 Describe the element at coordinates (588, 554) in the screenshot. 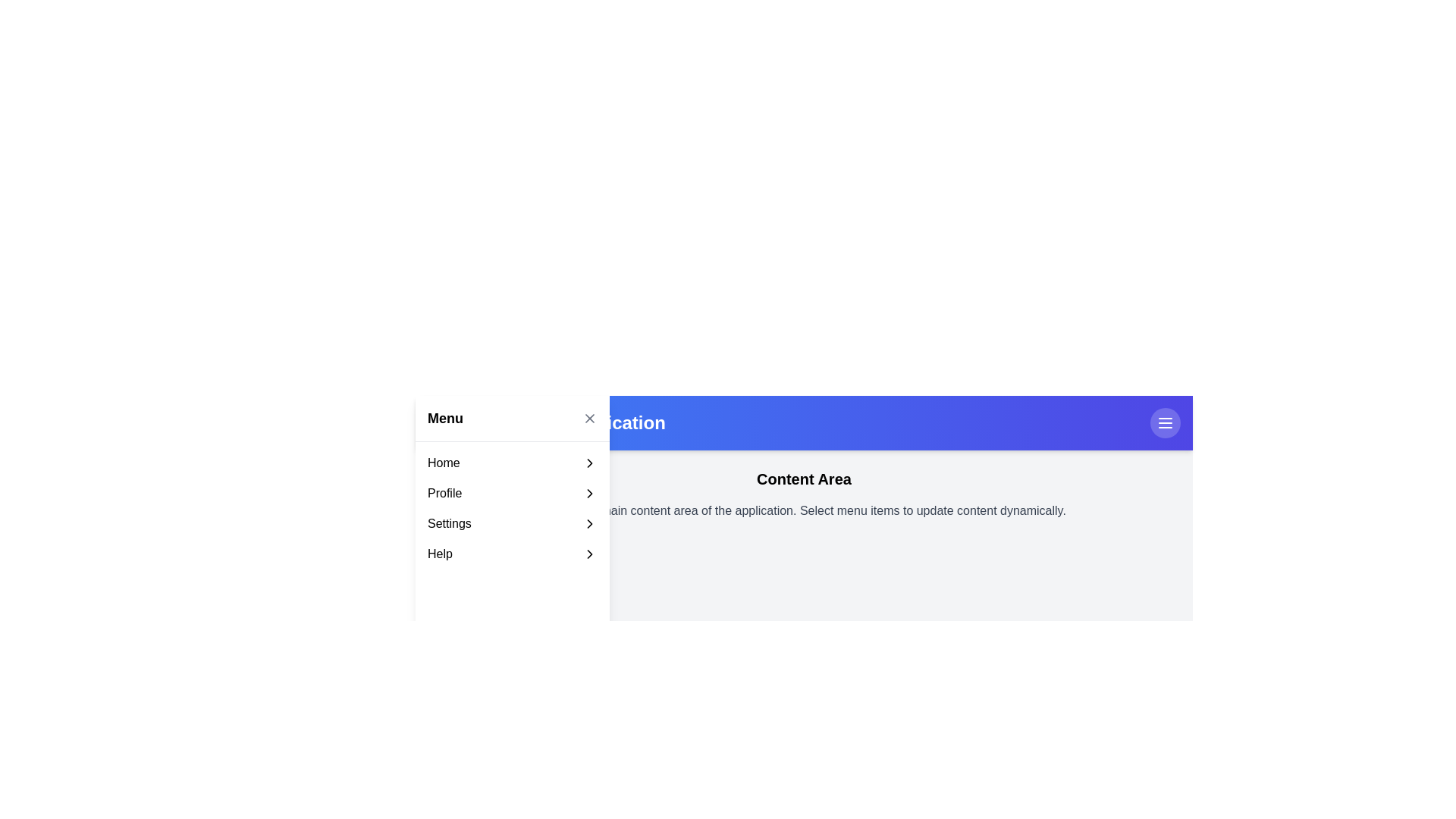

I see `the right-pointing chevron icon located at the far-right end of the 'Help' menu item in the sidebar menu` at that location.